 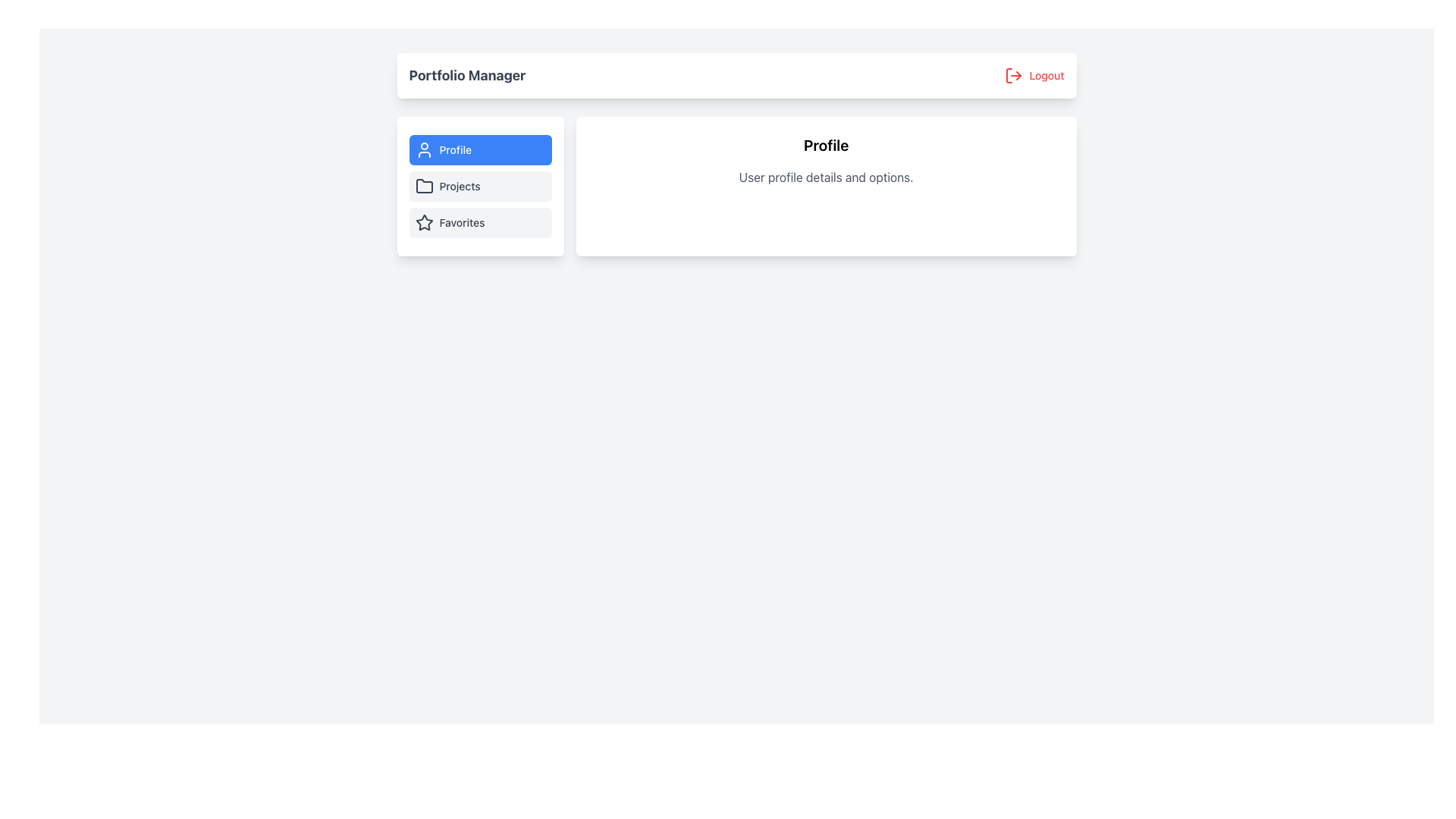 What do you see at coordinates (1034, 76) in the screenshot?
I see `the 'Logout' button, which features a red logout icon and the text 'Logout', located at the top-right corner of the white header bar` at bounding box center [1034, 76].